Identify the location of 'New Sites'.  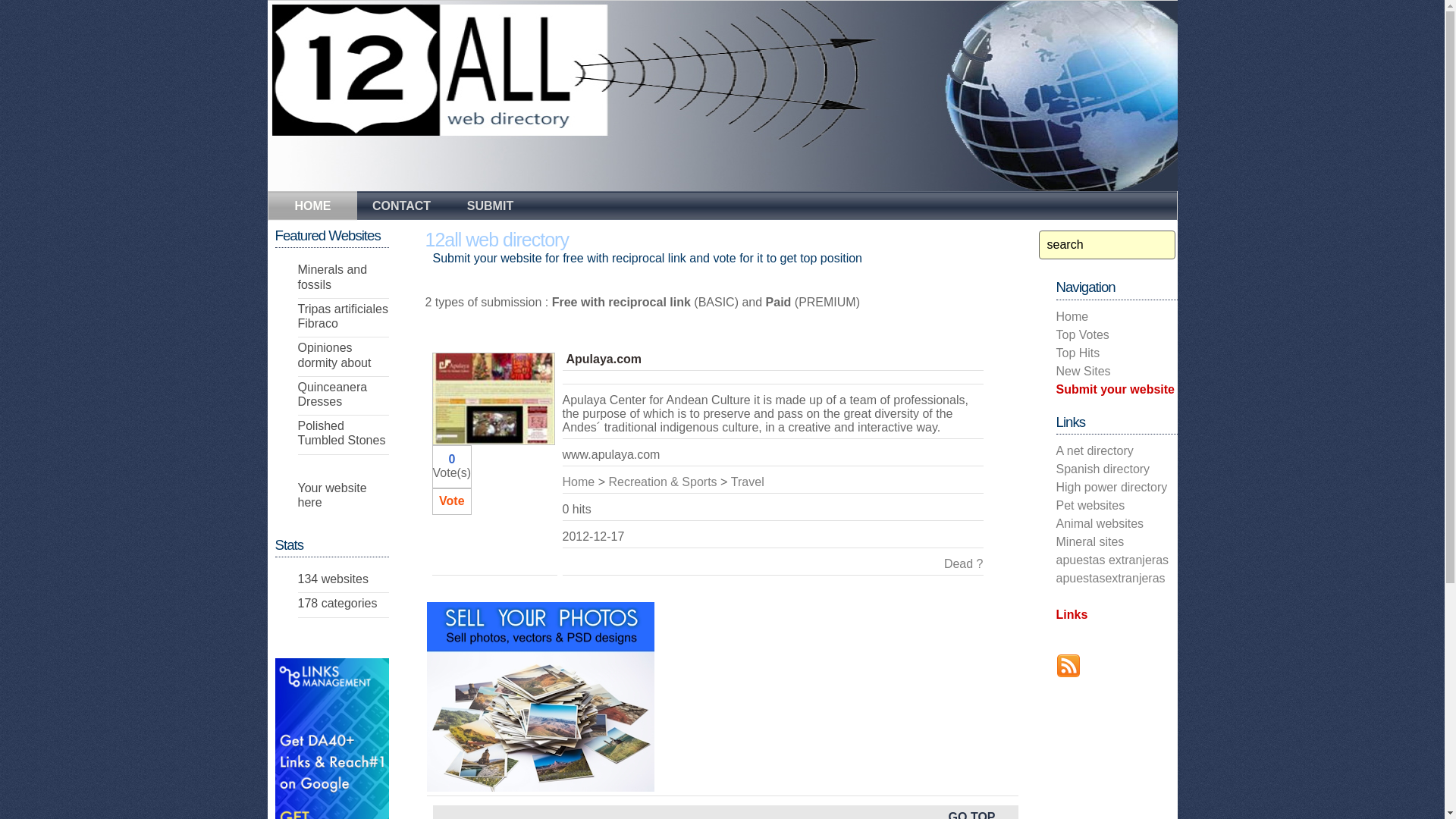
(1081, 371).